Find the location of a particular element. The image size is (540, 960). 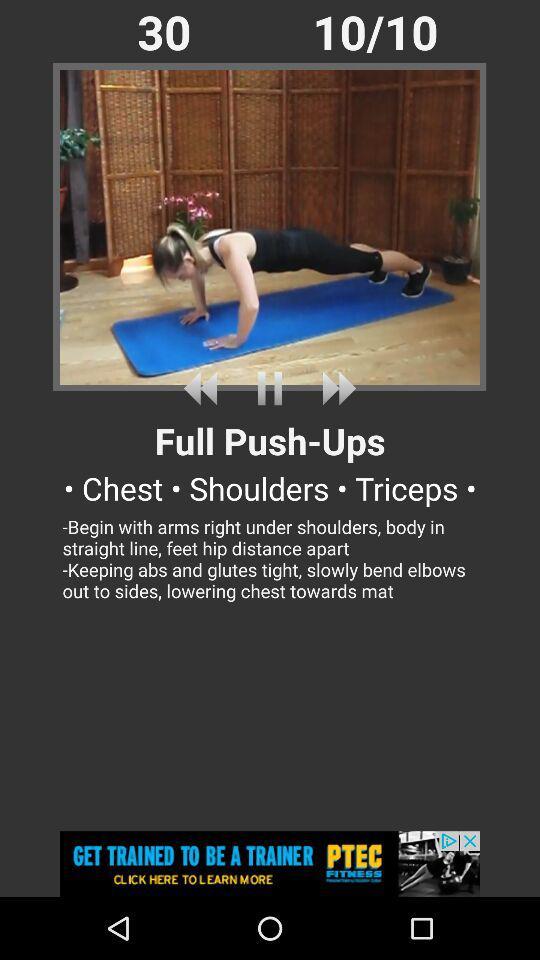

pause is located at coordinates (270, 387).